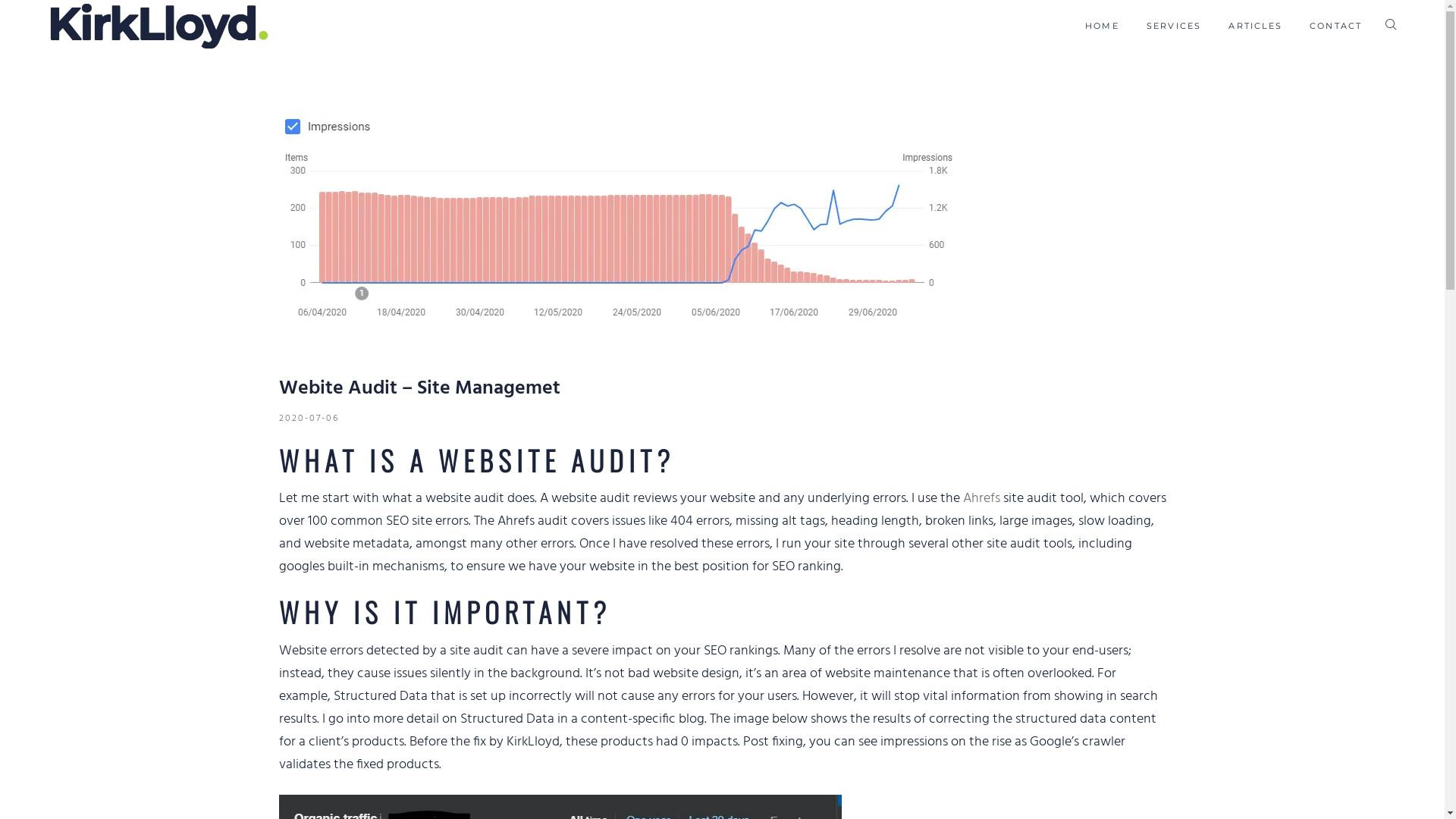 The width and height of the screenshot is (1456, 819). What do you see at coordinates (1084, 26) in the screenshot?
I see `'HOME'` at bounding box center [1084, 26].